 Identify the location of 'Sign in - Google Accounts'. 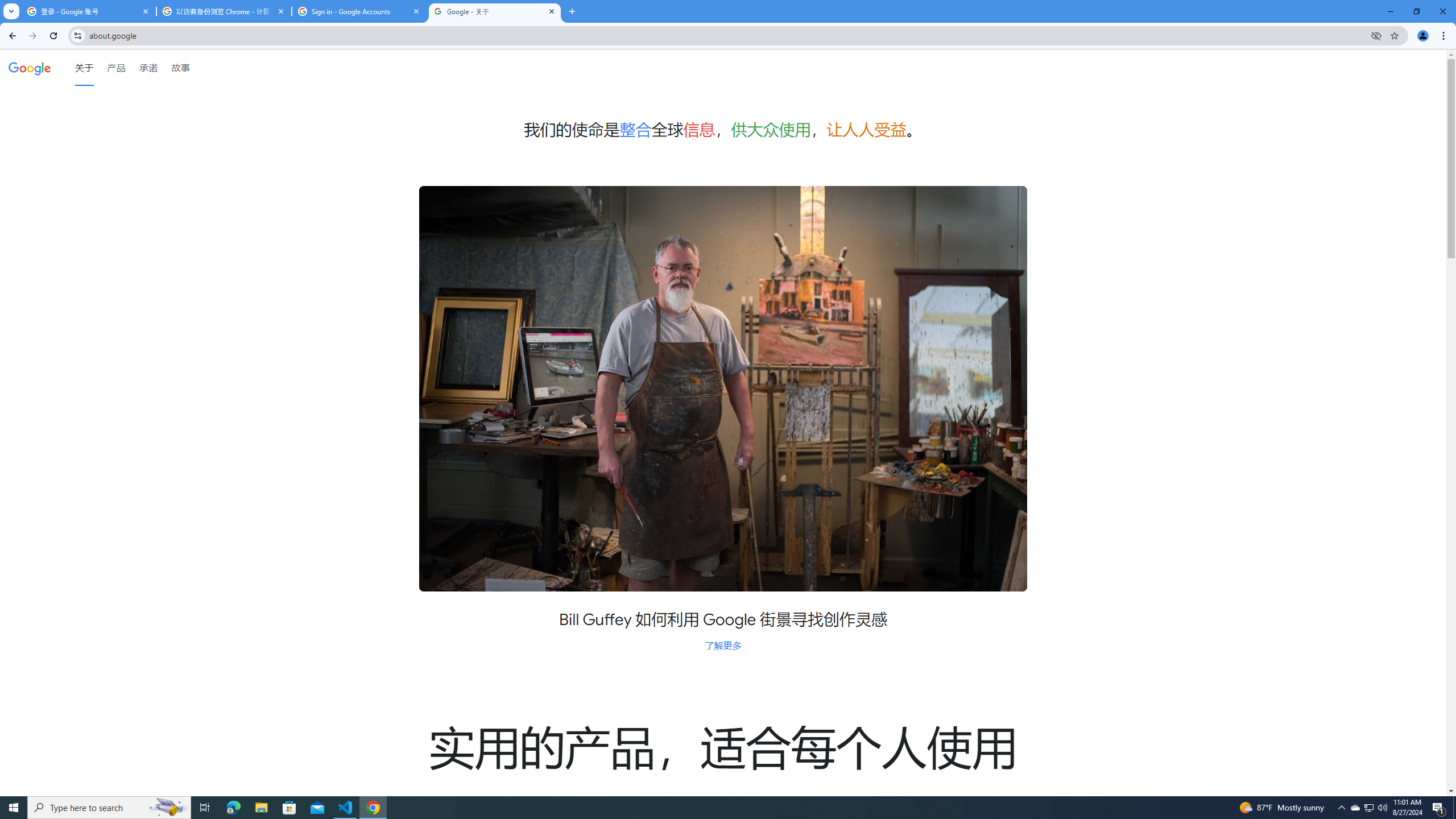
(359, 11).